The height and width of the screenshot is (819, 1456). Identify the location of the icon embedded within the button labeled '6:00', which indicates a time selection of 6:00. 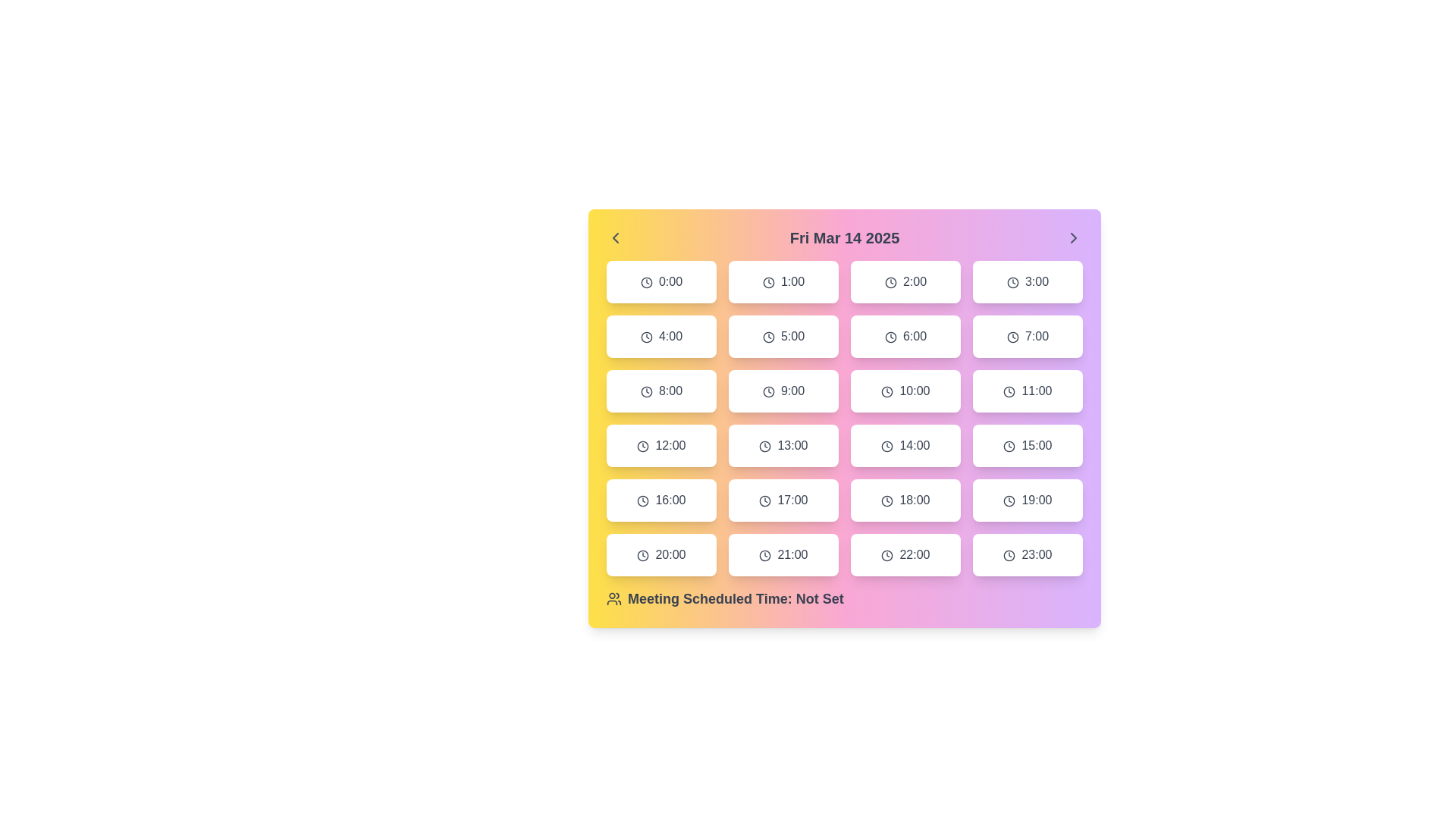
(890, 336).